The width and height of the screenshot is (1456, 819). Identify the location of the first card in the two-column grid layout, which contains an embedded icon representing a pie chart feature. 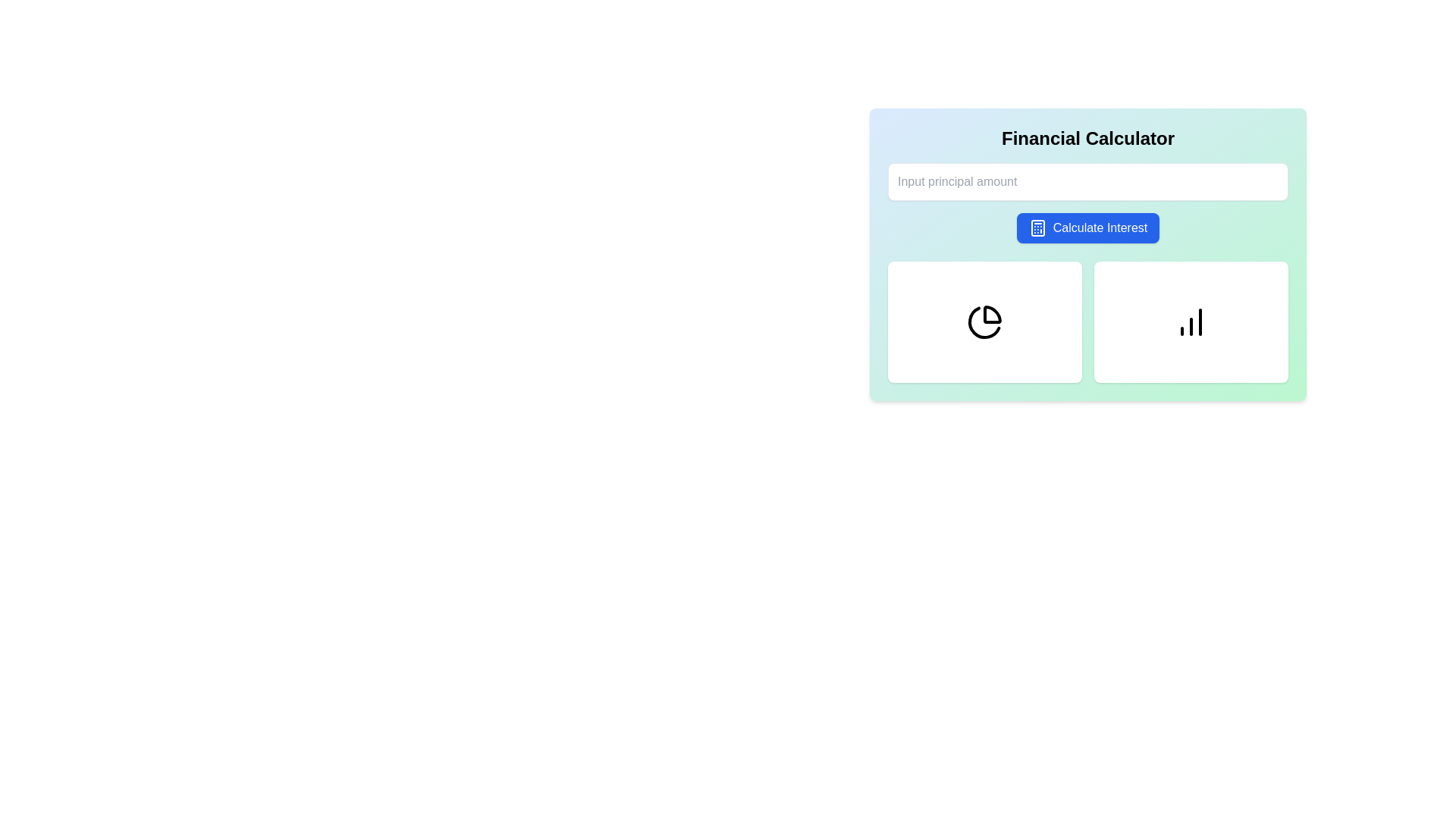
(985, 321).